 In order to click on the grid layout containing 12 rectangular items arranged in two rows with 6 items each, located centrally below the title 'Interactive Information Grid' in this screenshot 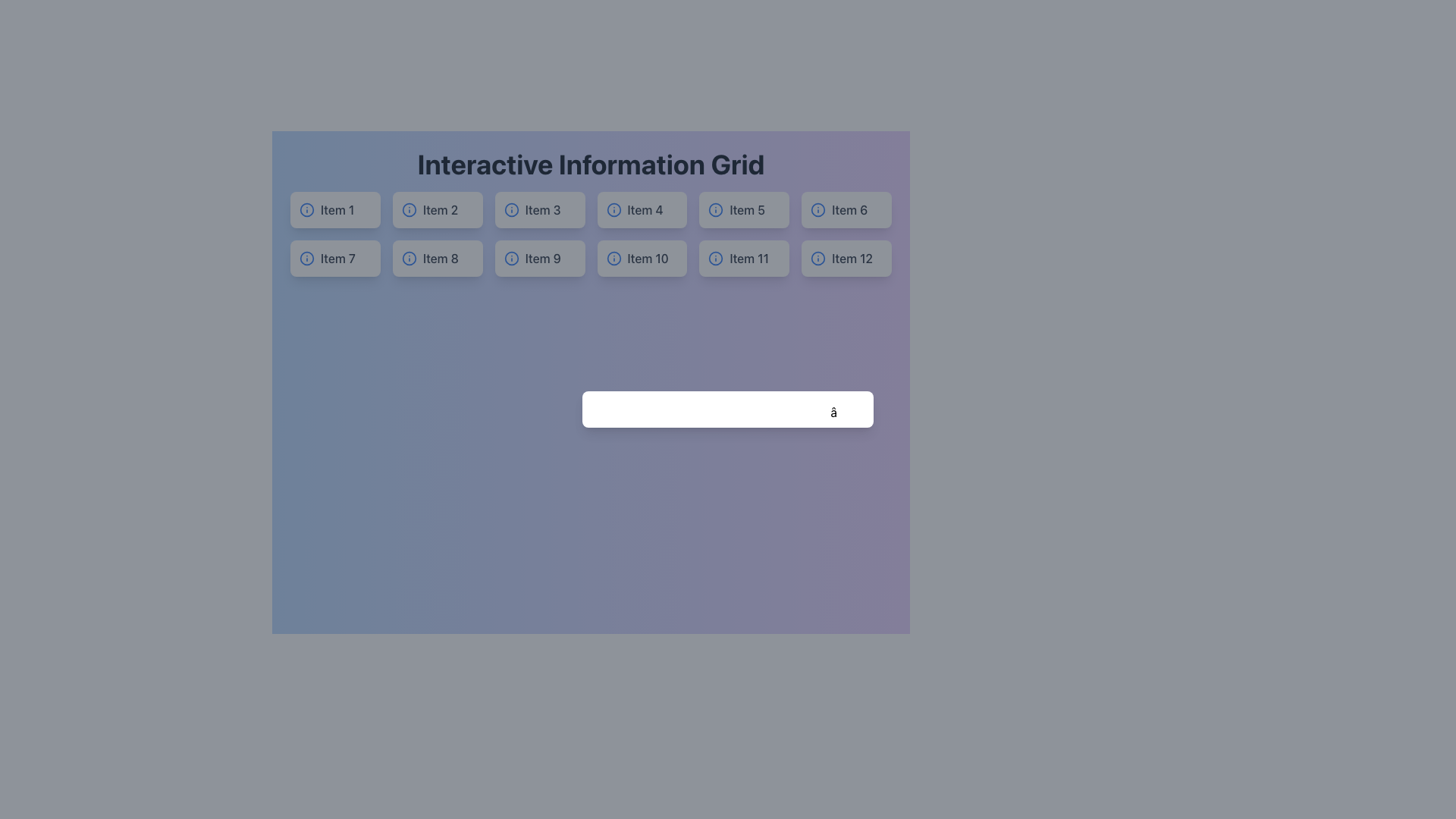, I will do `click(590, 234)`.